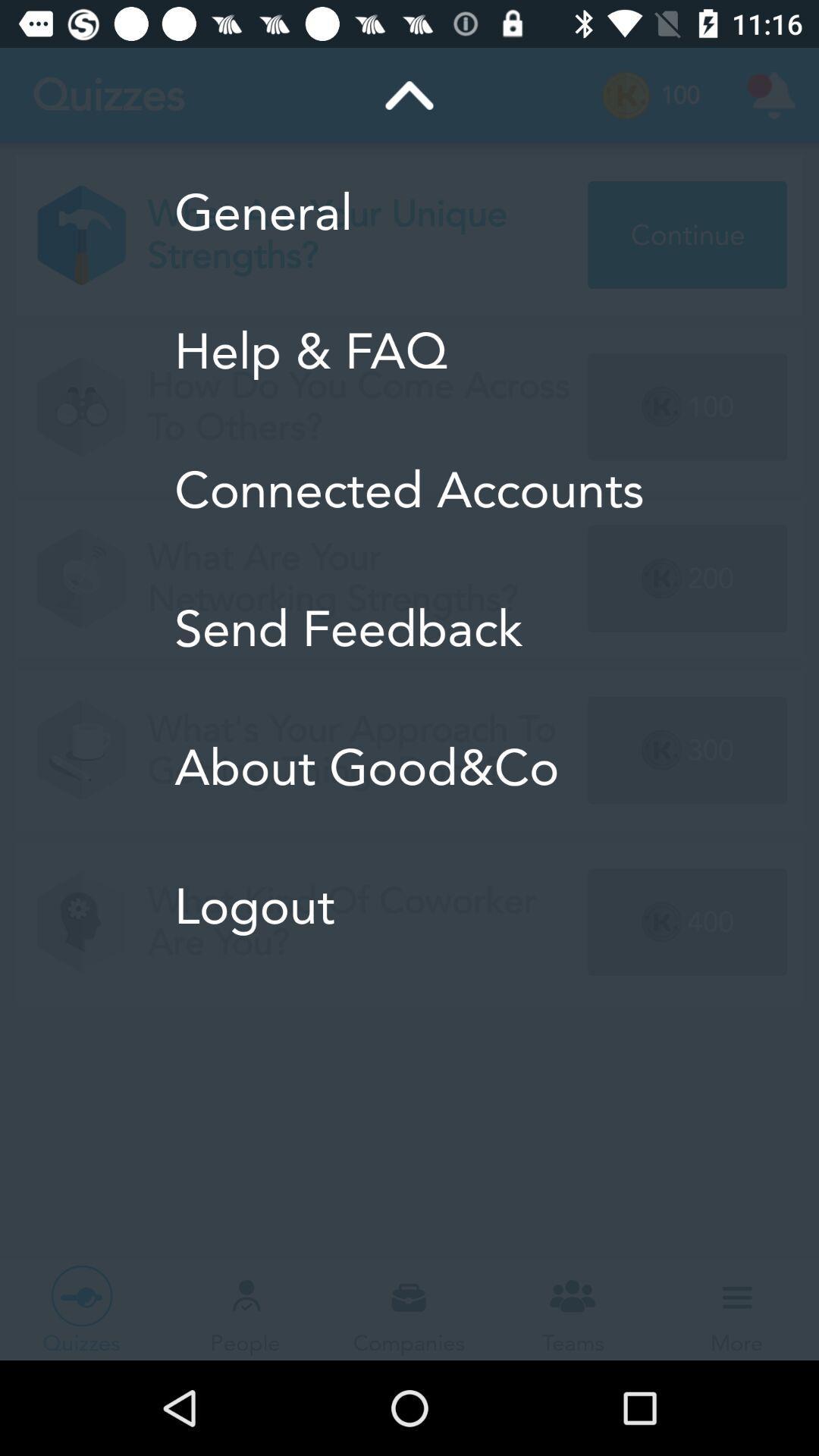  I want to click on the general icon, so click(408, 212).